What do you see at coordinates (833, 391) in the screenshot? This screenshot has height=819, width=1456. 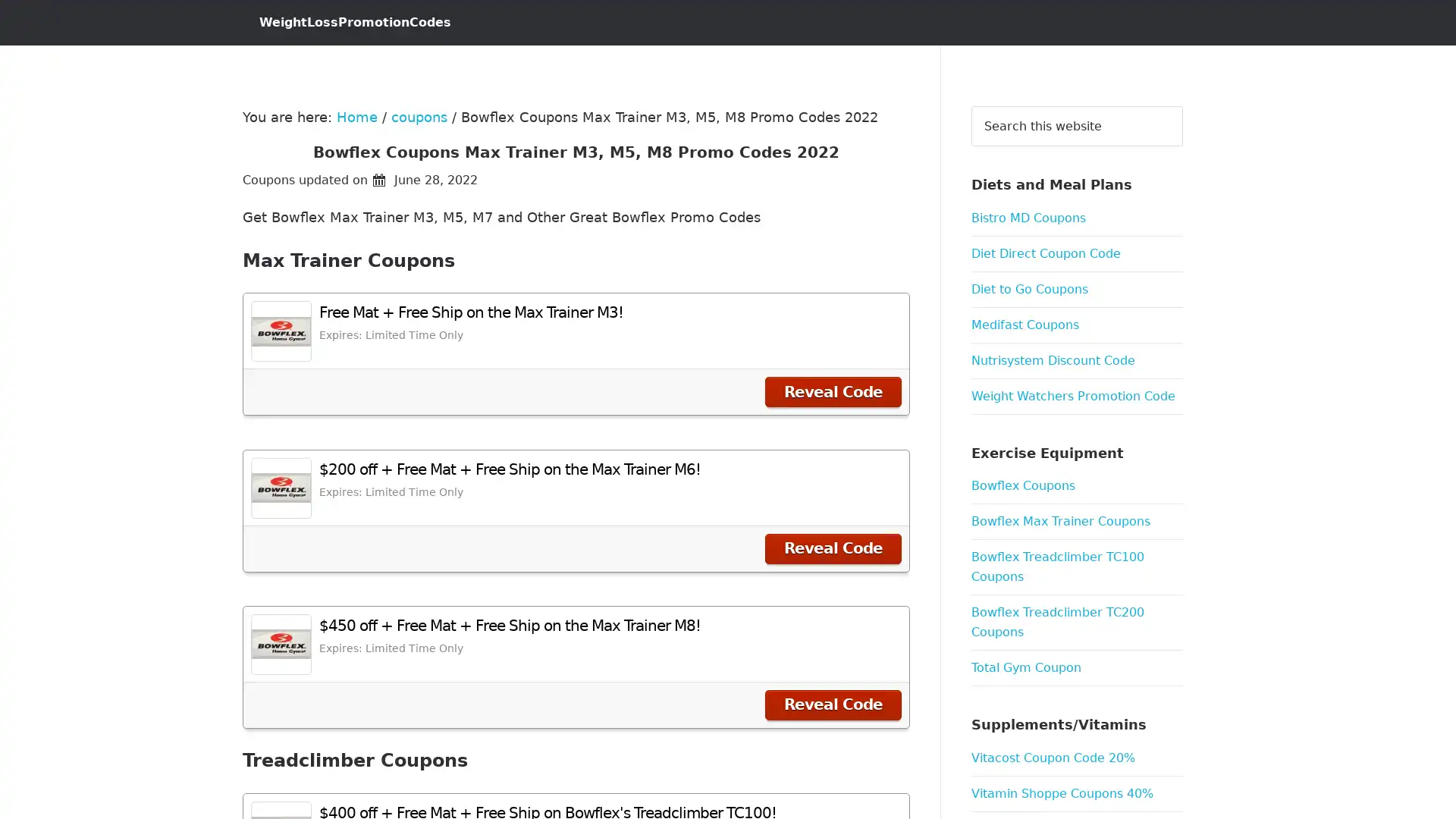 I see `Reveal Code` at bounding box center [833, 391].